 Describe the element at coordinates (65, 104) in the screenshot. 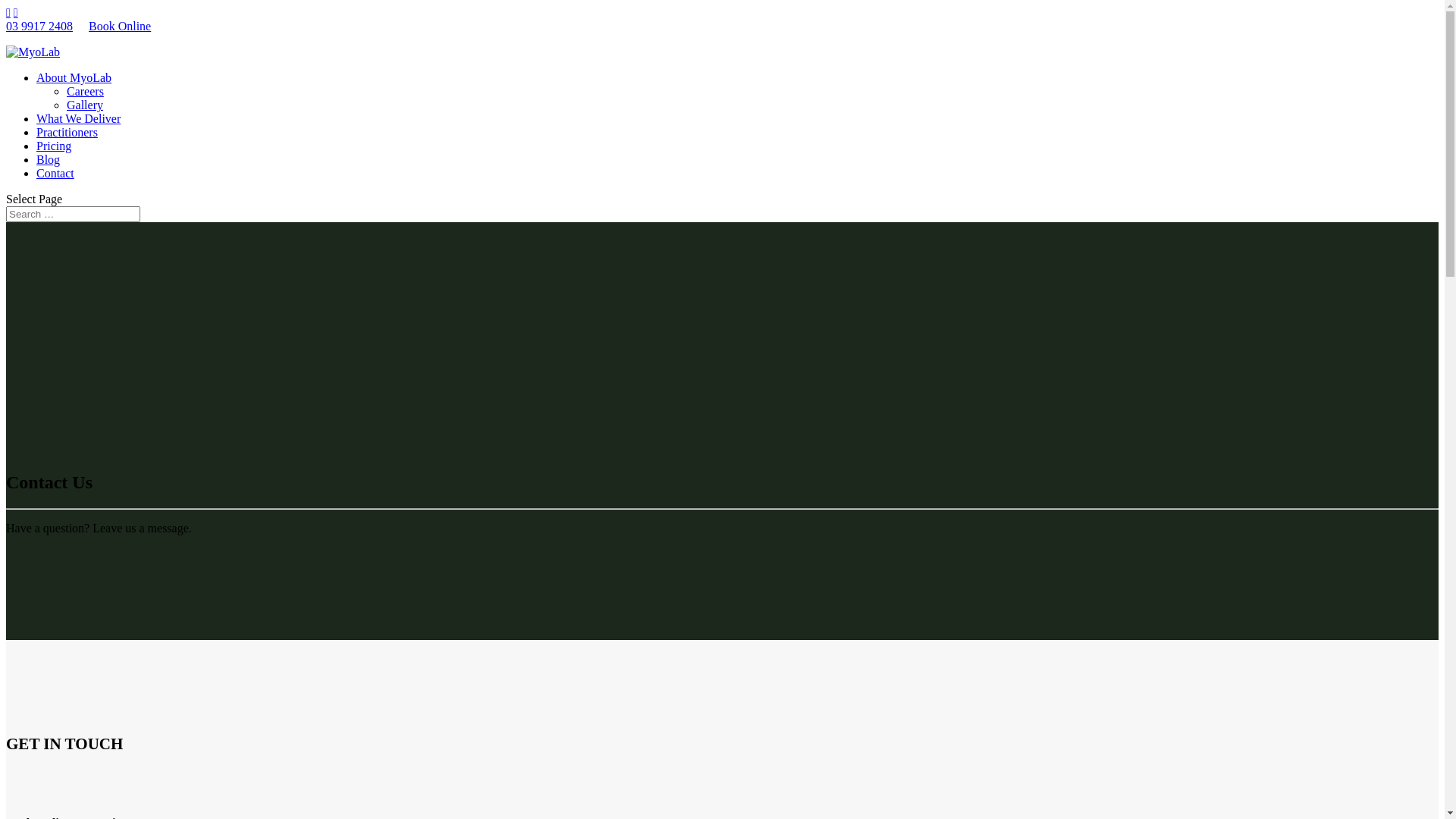

I see `'Gallery'` at that location.